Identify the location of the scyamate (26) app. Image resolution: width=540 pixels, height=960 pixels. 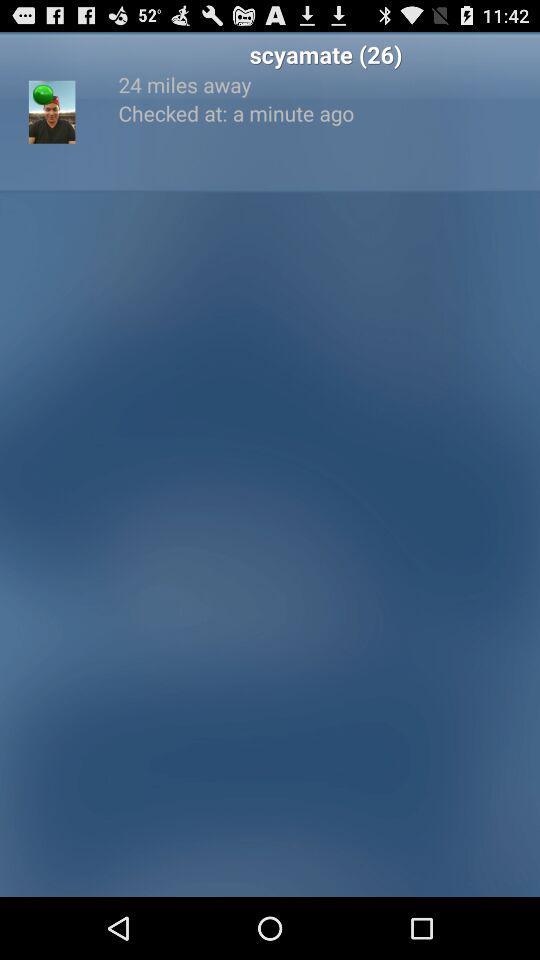
(325, 53).